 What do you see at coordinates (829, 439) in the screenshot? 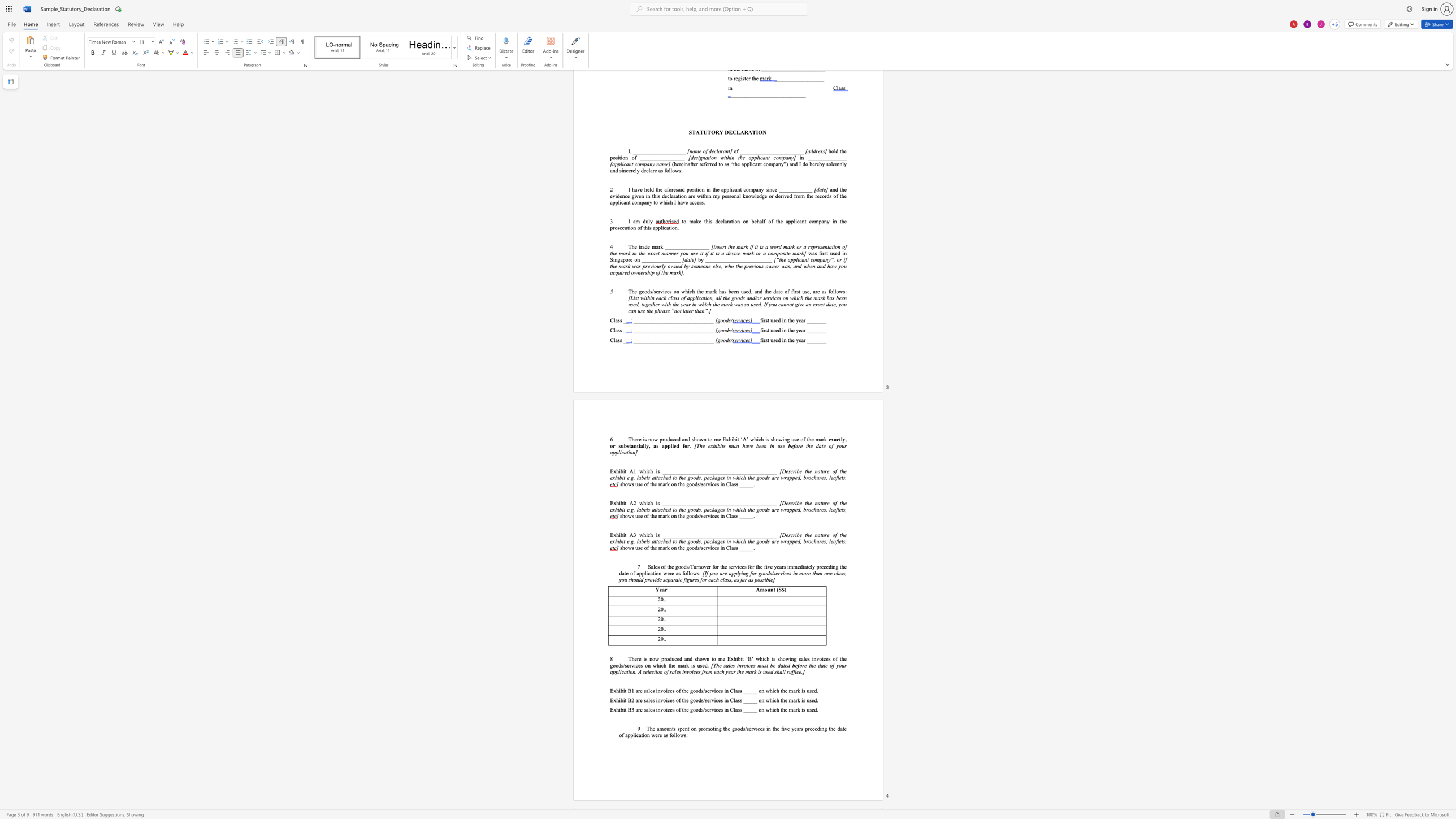
I see `the 1th character "e" in the text` at bounding box center [829, 439].